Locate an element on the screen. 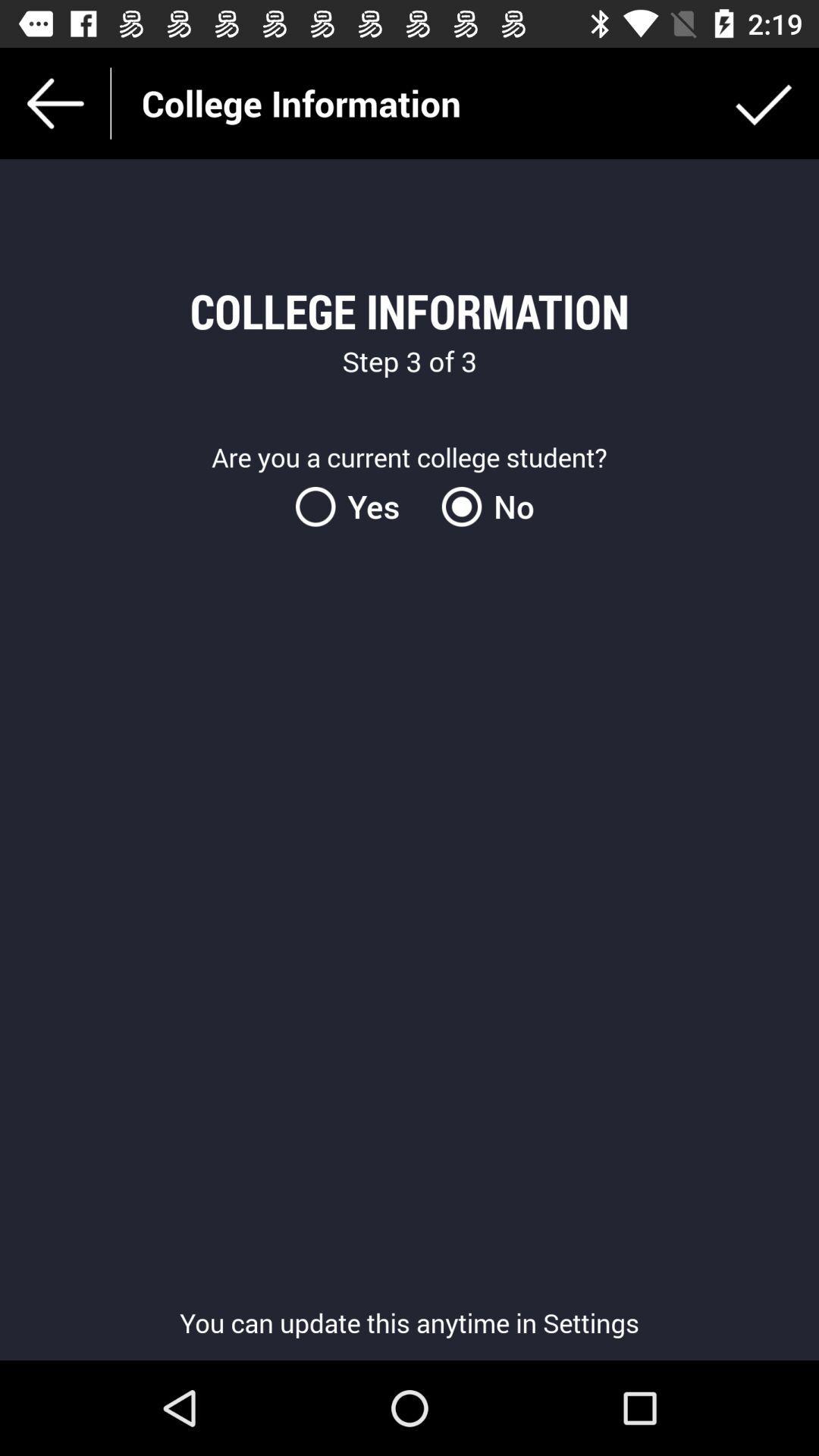  the check icon is located at coordinates (763, 102).